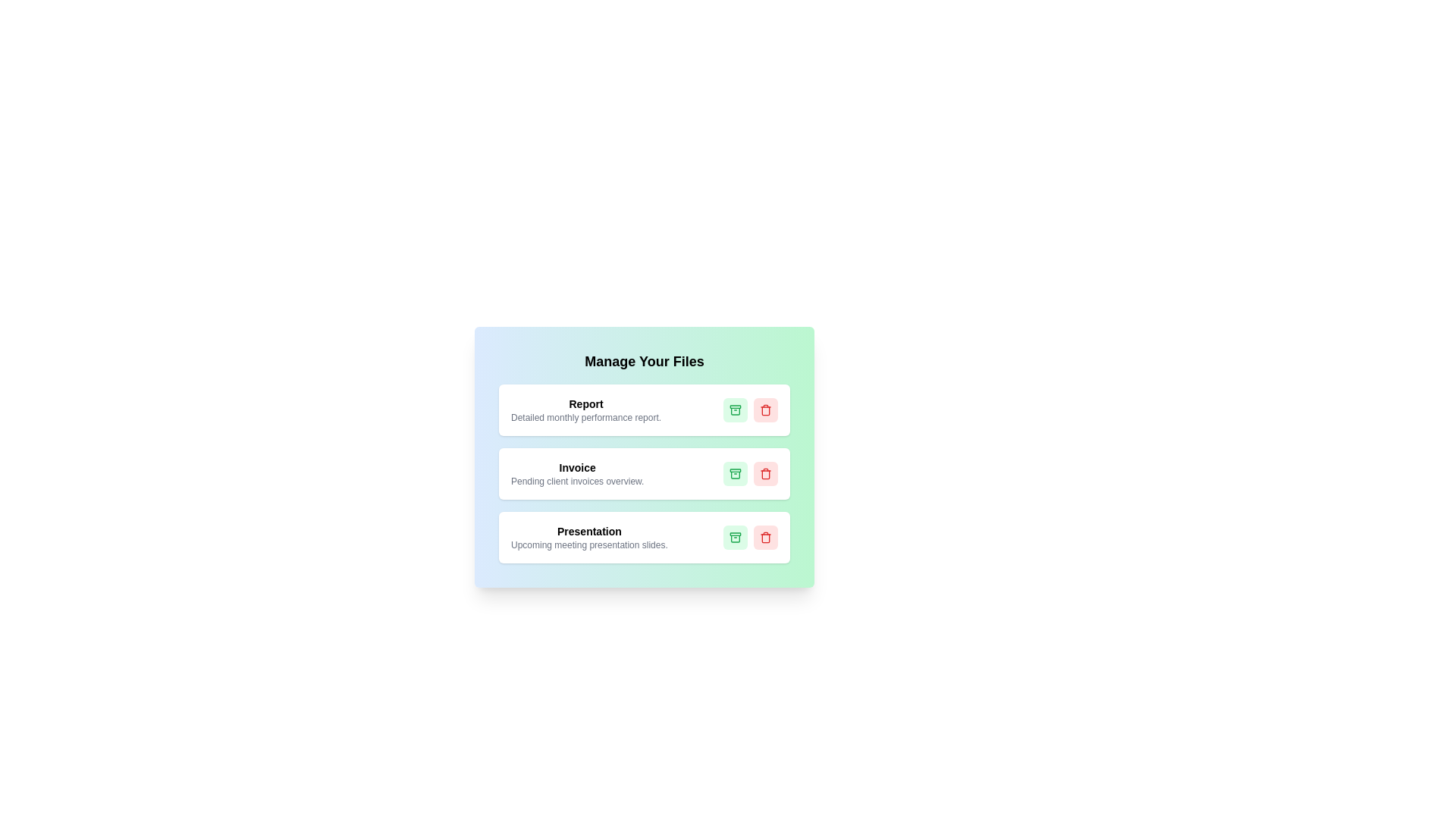  I want to click on archive button for the card titled 'Invoice', so click(735, 472).